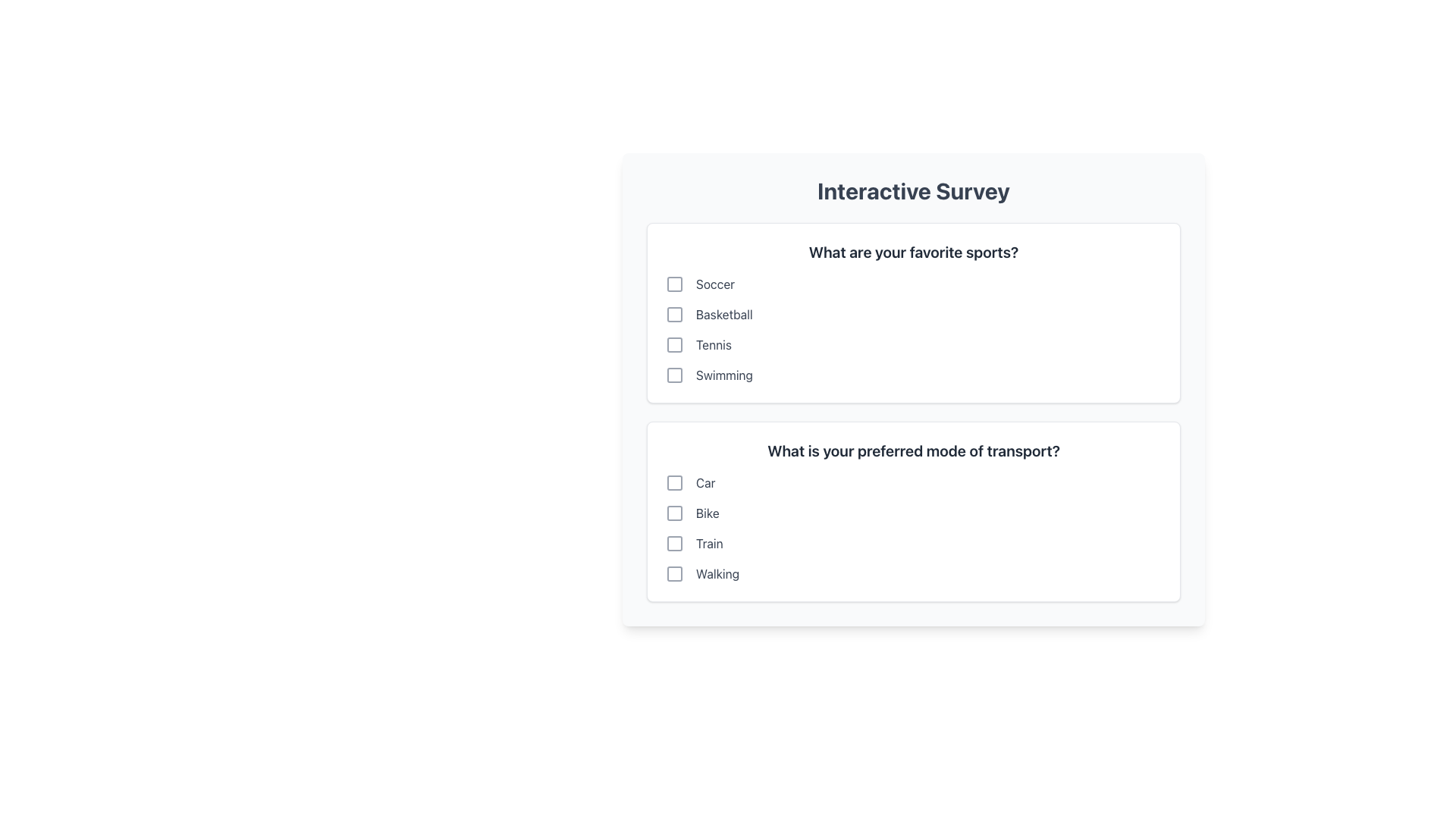 This screenshot has width=1456, height=819. Describe the element at coordinates (912, 482) in the screenshot. I see `the checkbox for the 'Car' option in the transport selection list` at that location.